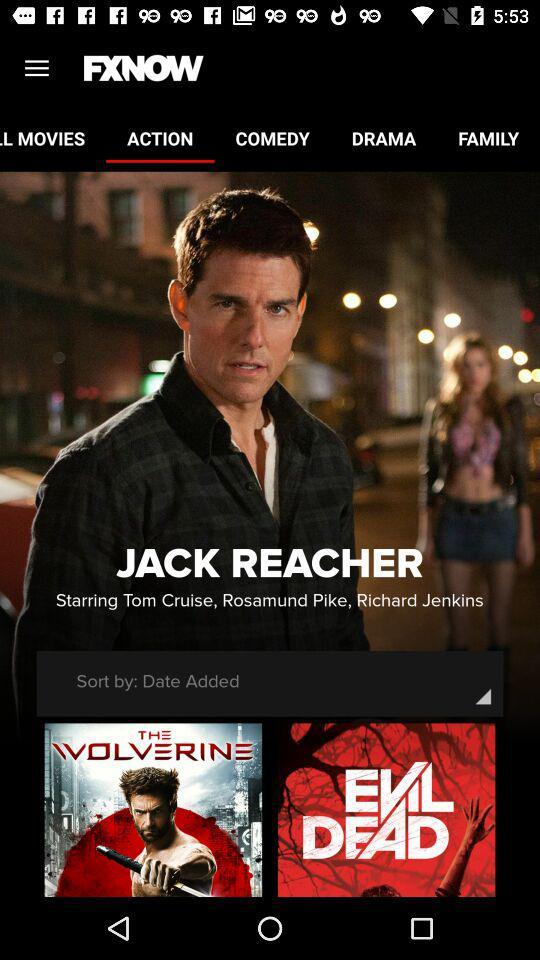  Describe the element at coordinates (270, 564) in the screenshot. I see `jack reacher item` at that location.